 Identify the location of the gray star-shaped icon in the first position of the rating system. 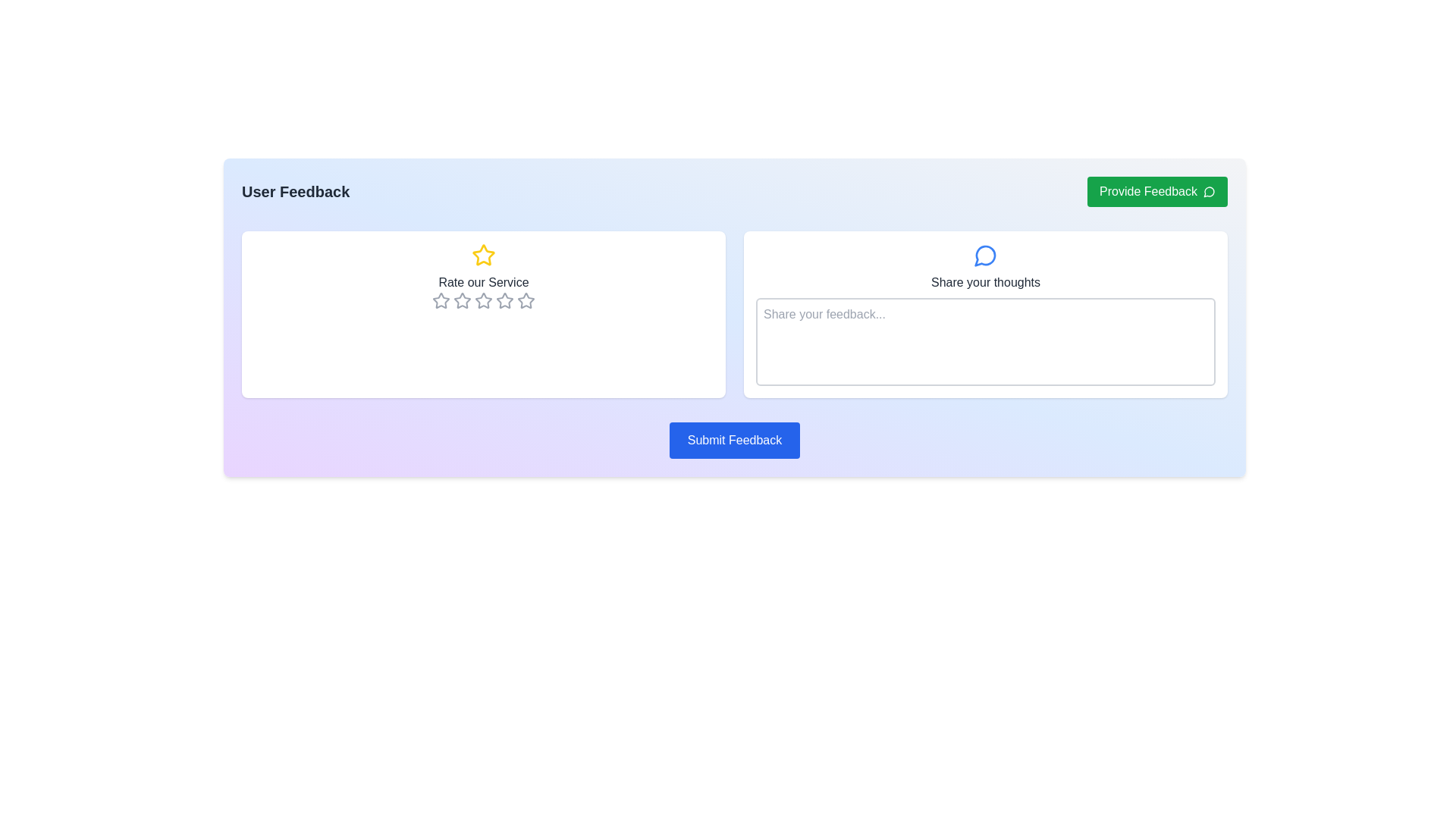
(440, 300).